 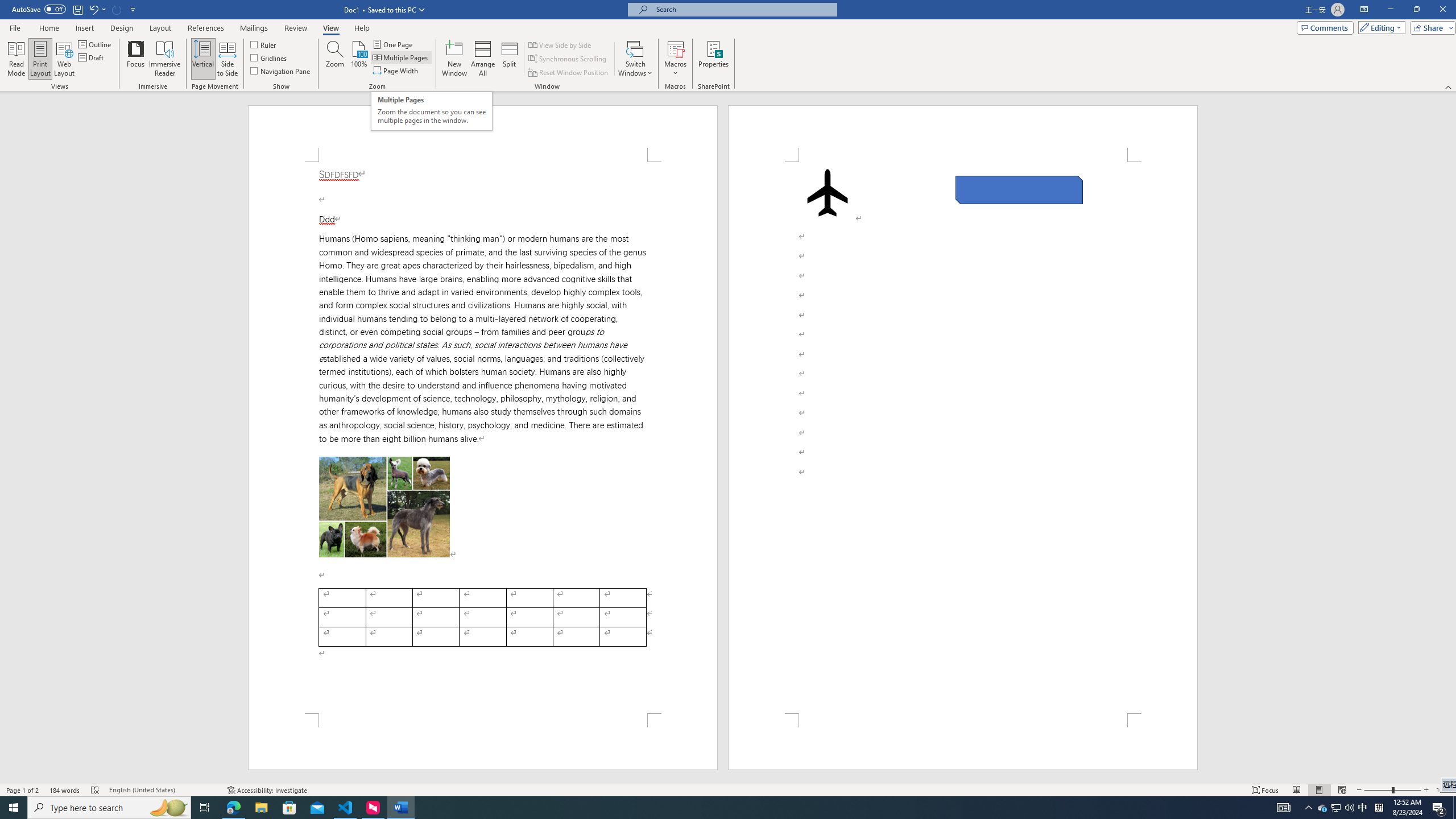 I want to click on 'Immersive Reader', so click(x=164, y=59).